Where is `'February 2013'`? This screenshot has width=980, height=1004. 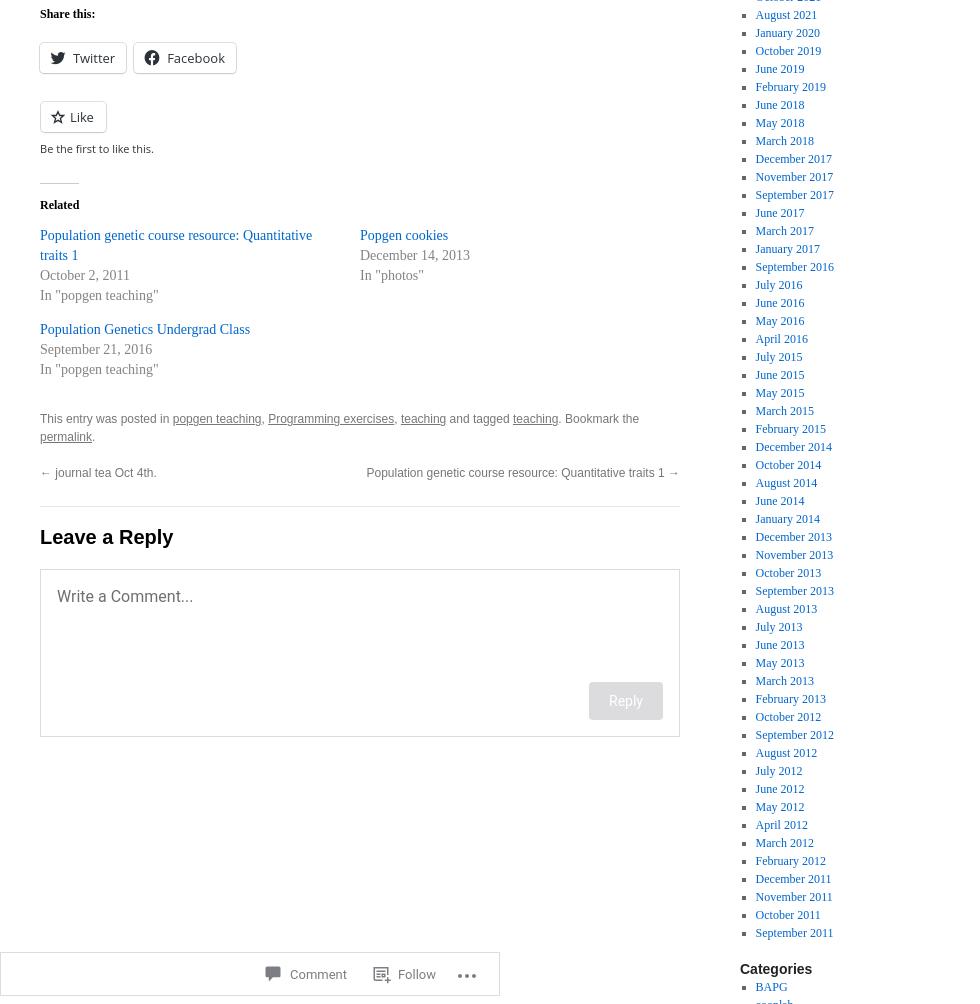
'February 2013' is located at coordinates (754, 697).